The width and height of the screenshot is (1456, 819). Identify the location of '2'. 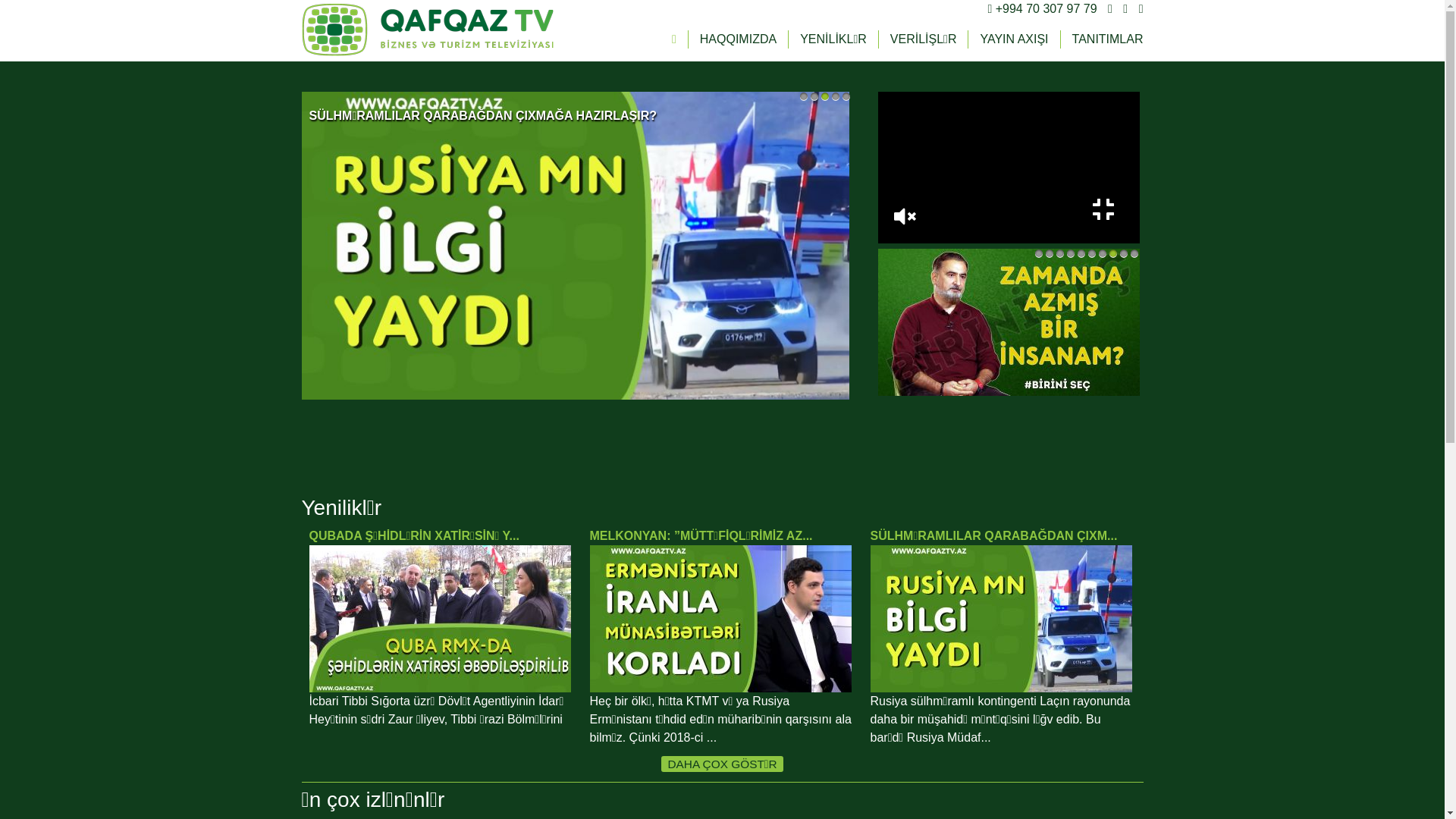
(1048, 253).